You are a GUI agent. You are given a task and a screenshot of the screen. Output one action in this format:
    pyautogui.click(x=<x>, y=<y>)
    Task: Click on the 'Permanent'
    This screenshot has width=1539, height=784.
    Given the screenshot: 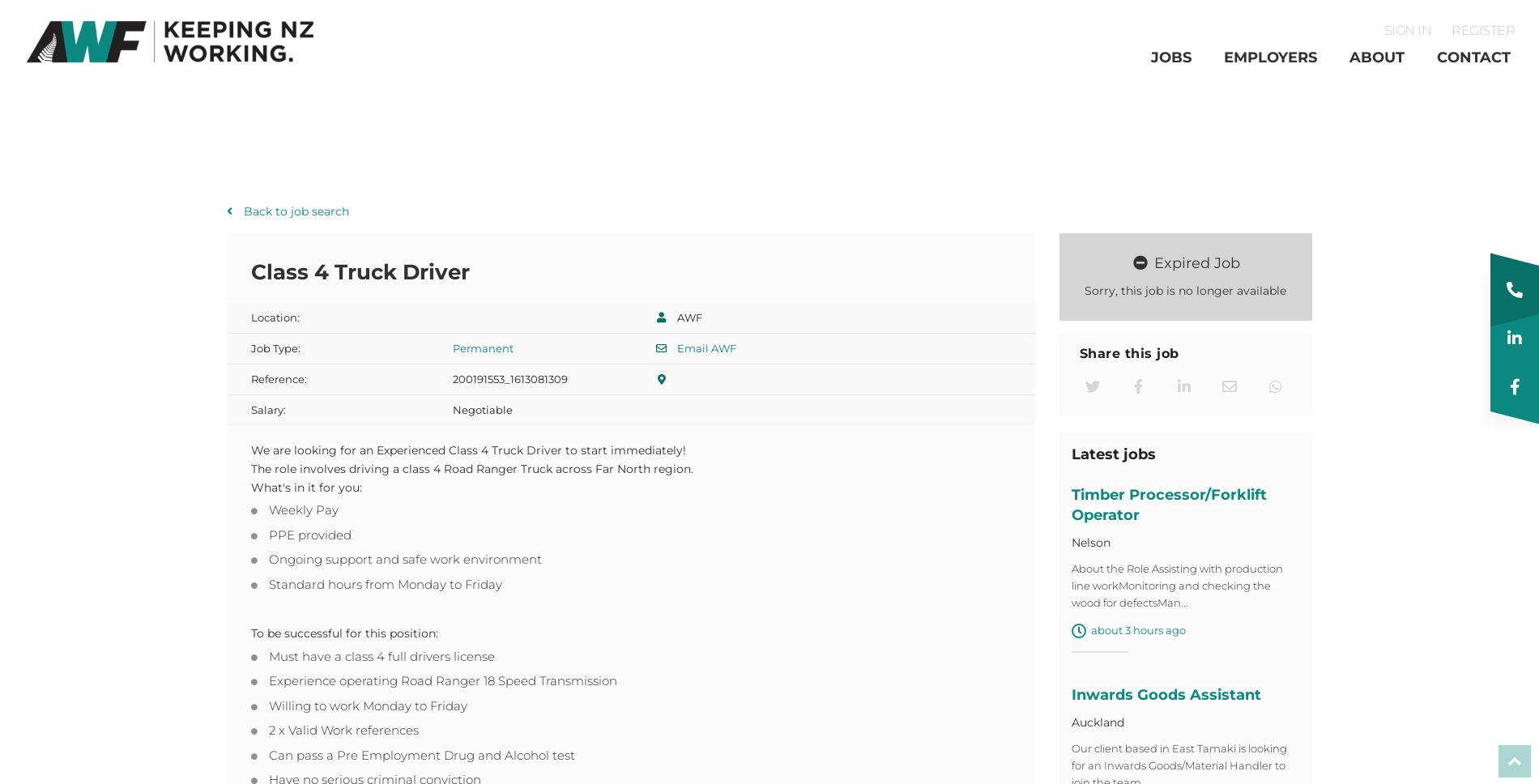 What is the action you would take?
    pyautogui.click(x=483, y=352)
    